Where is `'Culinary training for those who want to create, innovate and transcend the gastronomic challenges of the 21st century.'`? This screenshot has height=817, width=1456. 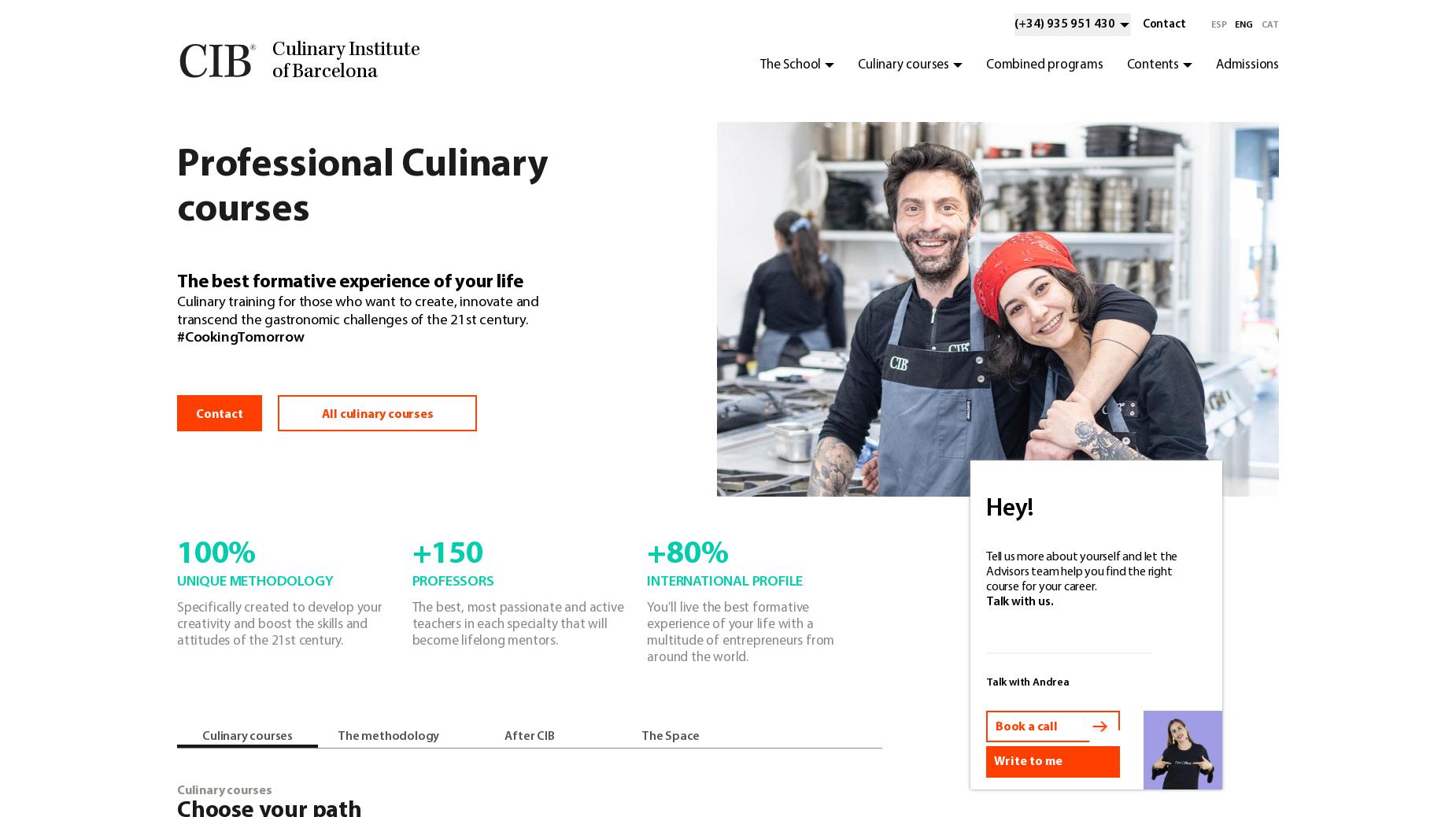
'Culinary training for those who want to create, innovate and transcend the gastronomic challenges of the 21st century.' is located at coordinates (357, 311).